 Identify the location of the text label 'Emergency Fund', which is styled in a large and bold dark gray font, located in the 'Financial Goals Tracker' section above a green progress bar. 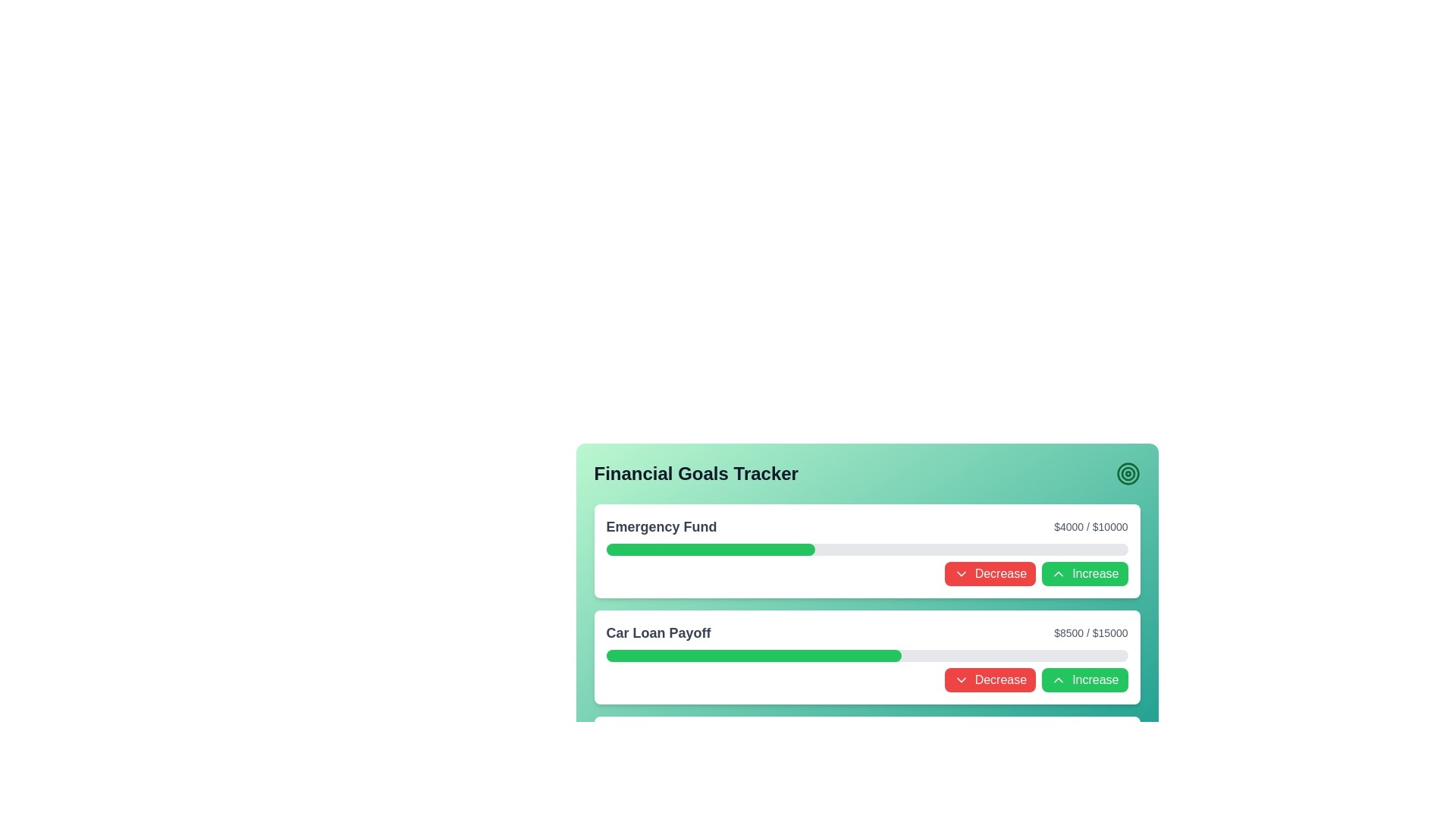
(661, 526).